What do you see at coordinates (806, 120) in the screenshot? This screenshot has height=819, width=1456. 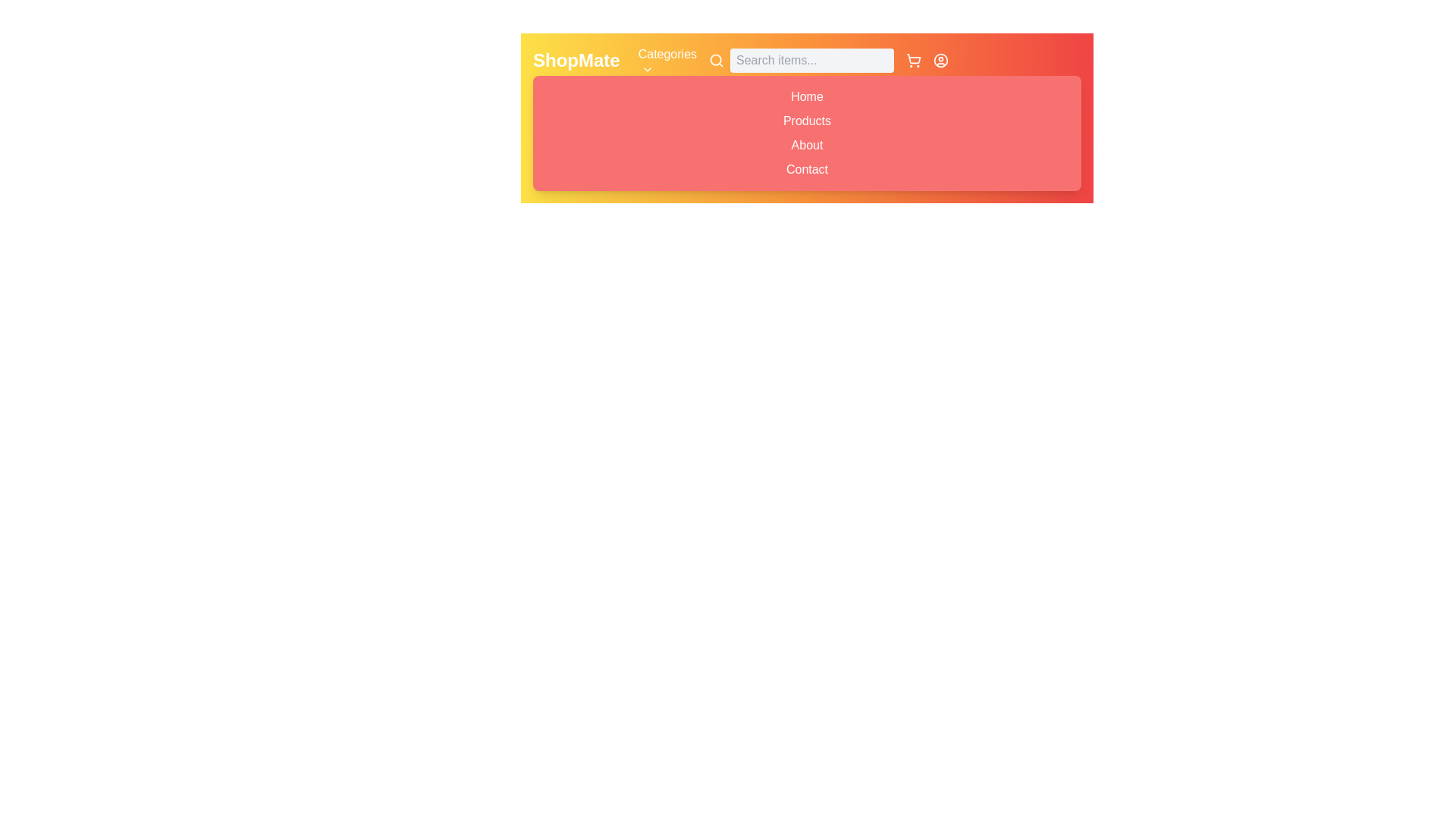 I see `the 'Products' hyperlink which is the second entry in the vertical menu list` at bounding box center [806, 120].